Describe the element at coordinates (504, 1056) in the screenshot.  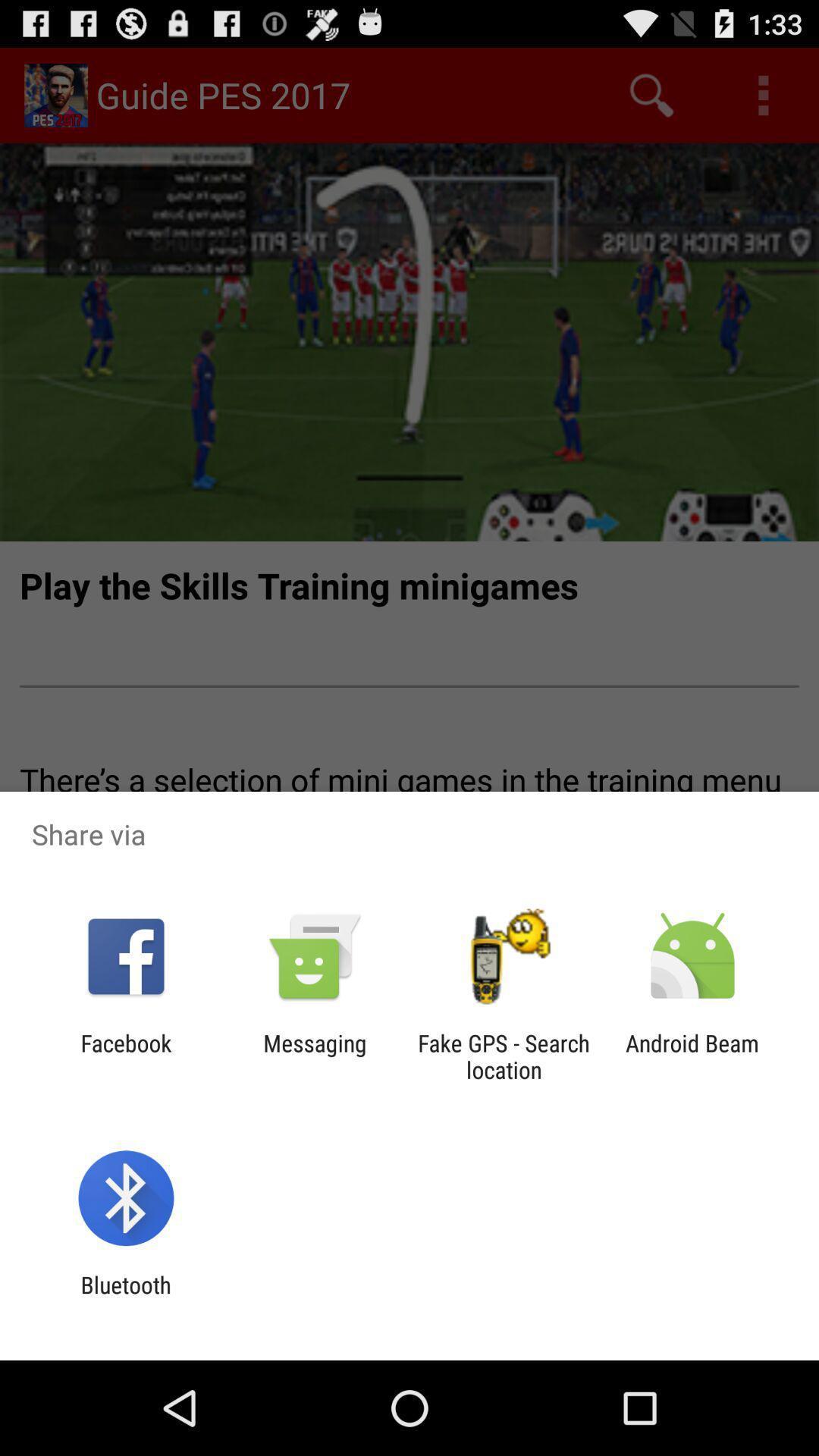
I see `icon next to messaging` at that location.